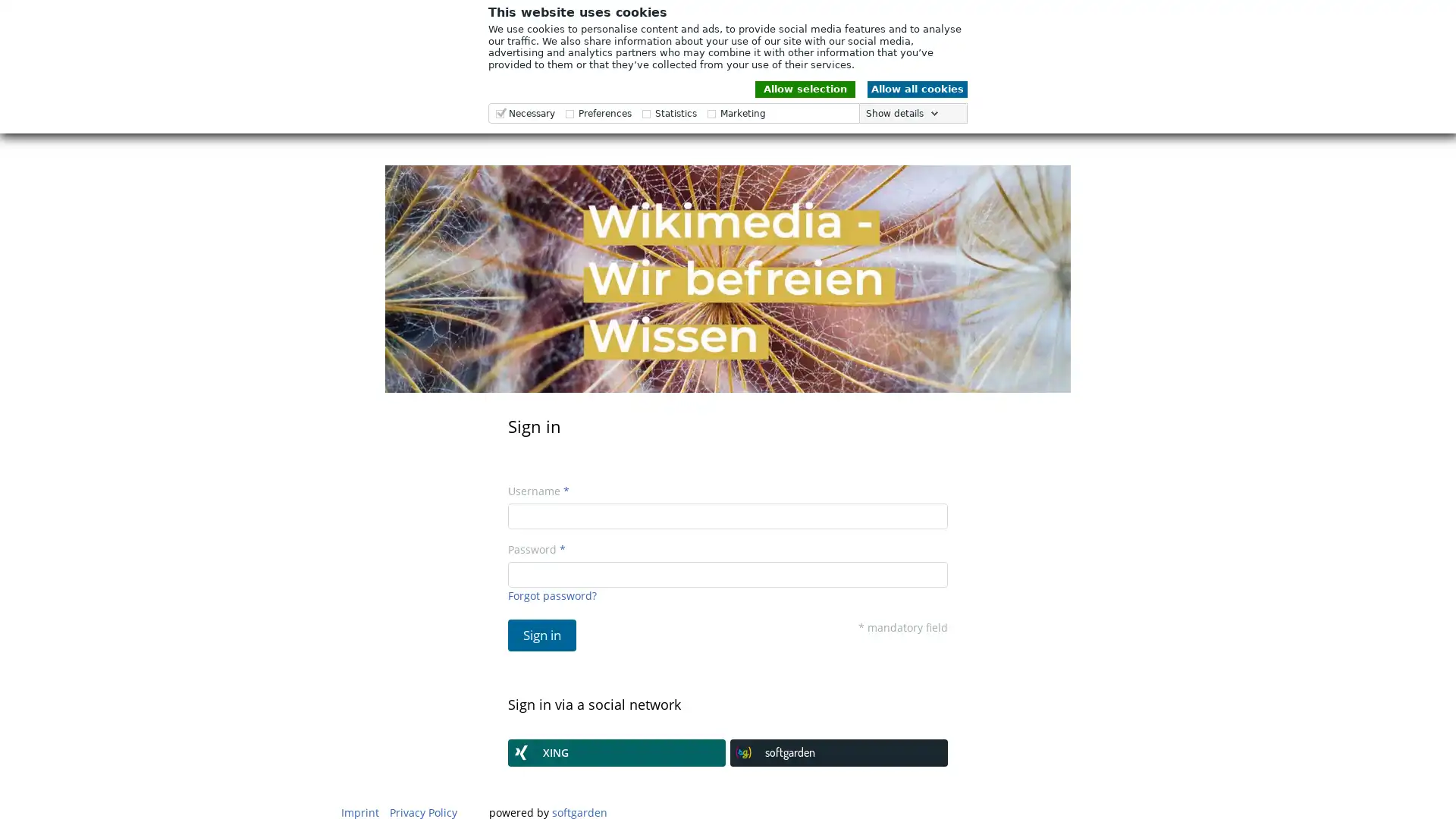 This screenshot has width=1456, height=819. What do you see at coordinates (542, 635) in the screenshot?
I see `Sign in` at bounding box center [542, 635].